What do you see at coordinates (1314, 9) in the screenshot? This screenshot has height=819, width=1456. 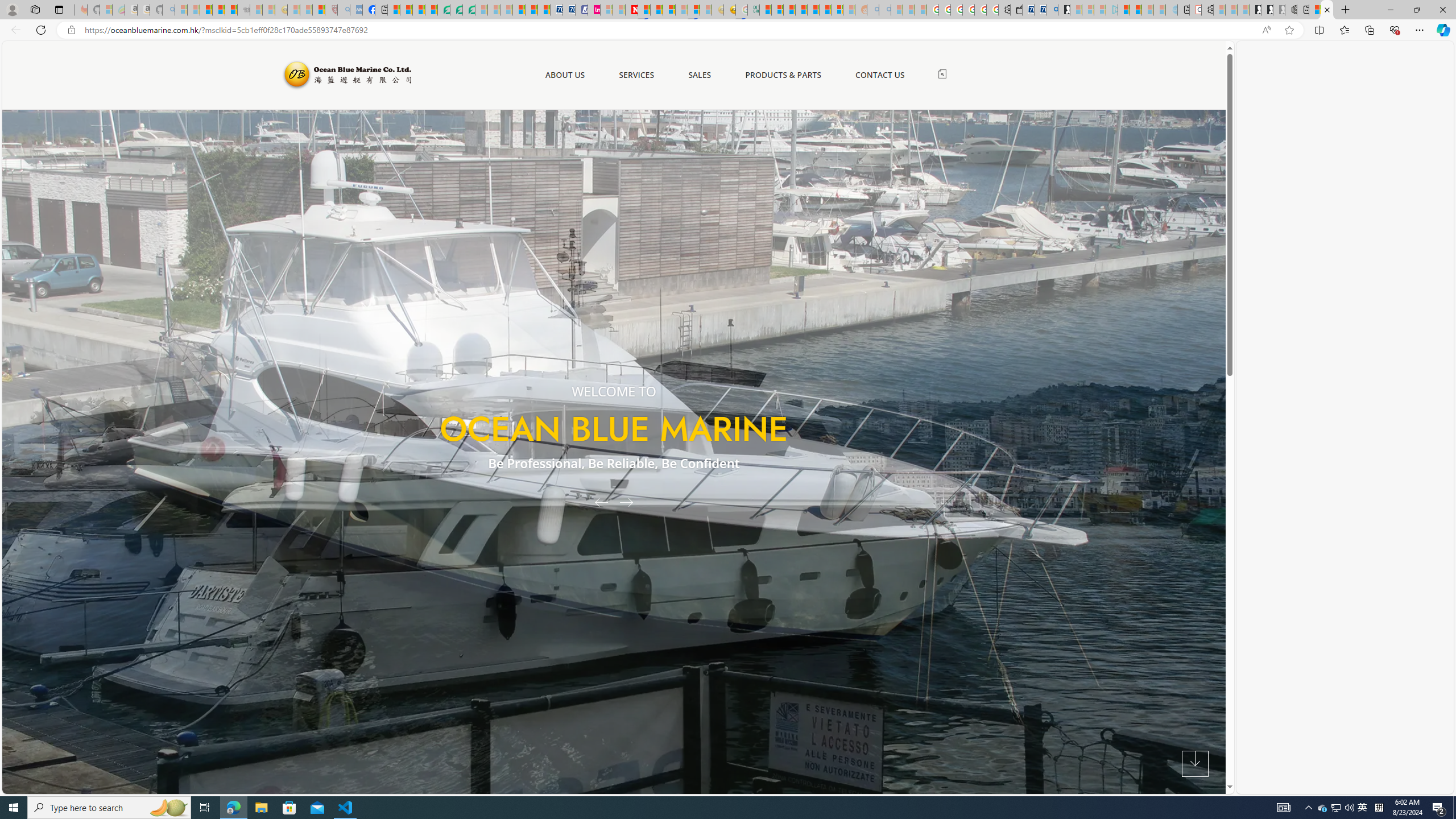 I see `'Aberdeen, Hong Kong SAR hourly forecast | Microsoft Weather'` at bounding box center [1314, 9].